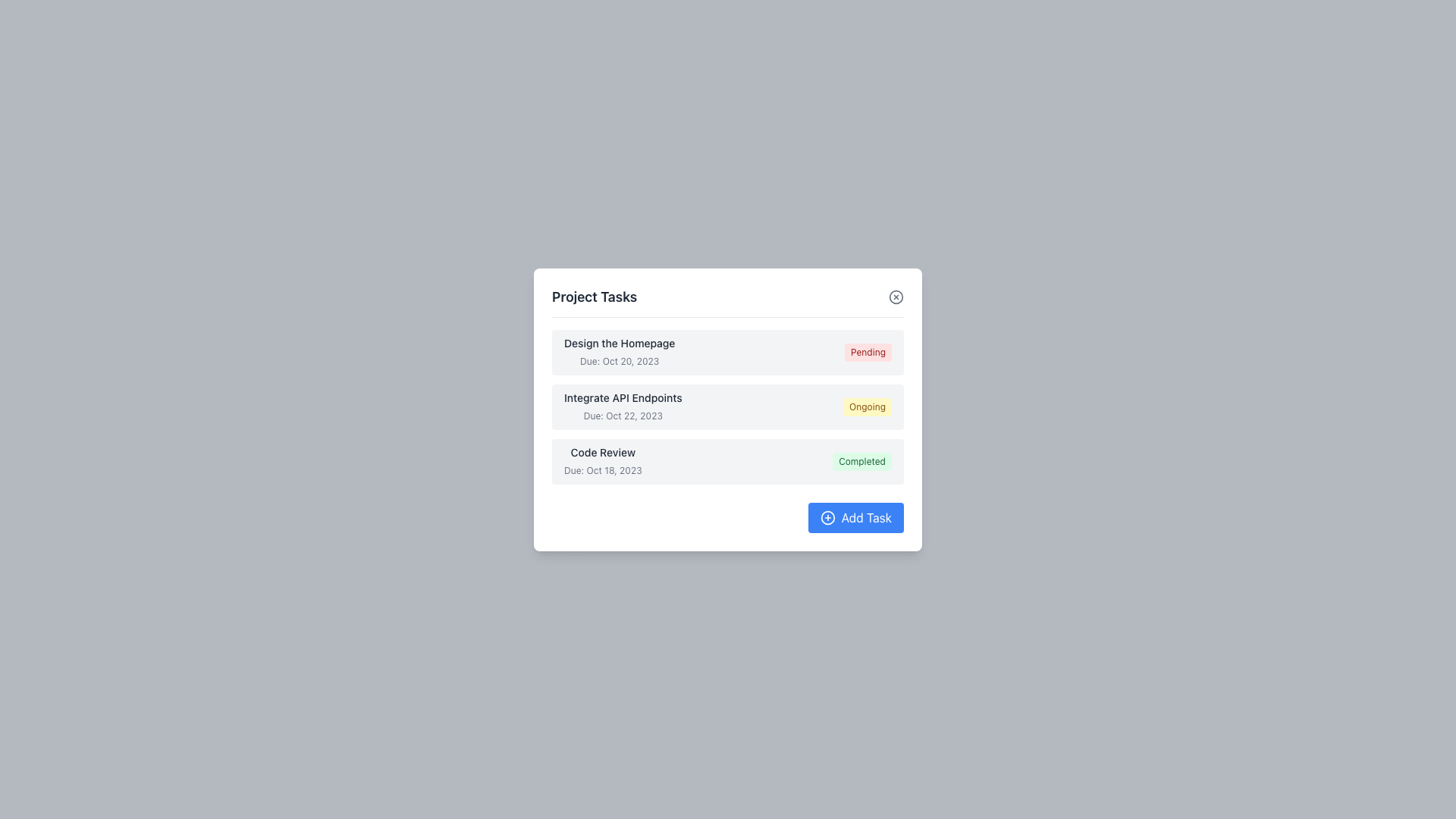 The width and height of the screenshot is (1456, 819). Describe the element at coordinates (855, 516) in the screenshot. I see `the 'Add Task' button located at the bottom right corner of the 'Project Tasks' panel to observe hover changes` at that location.